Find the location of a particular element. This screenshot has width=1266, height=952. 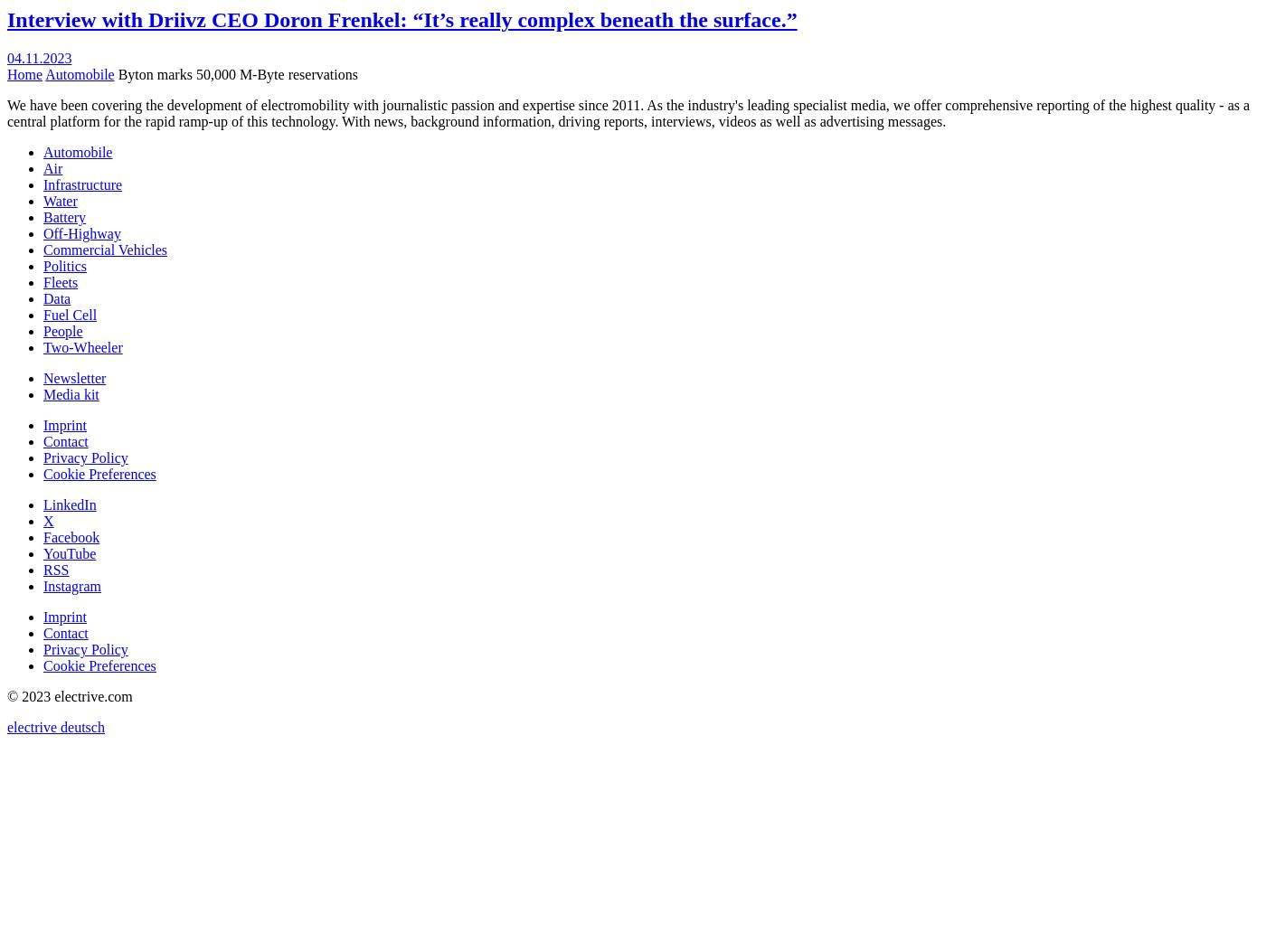

'04.11.2023' is located at coordinates (6, 57).